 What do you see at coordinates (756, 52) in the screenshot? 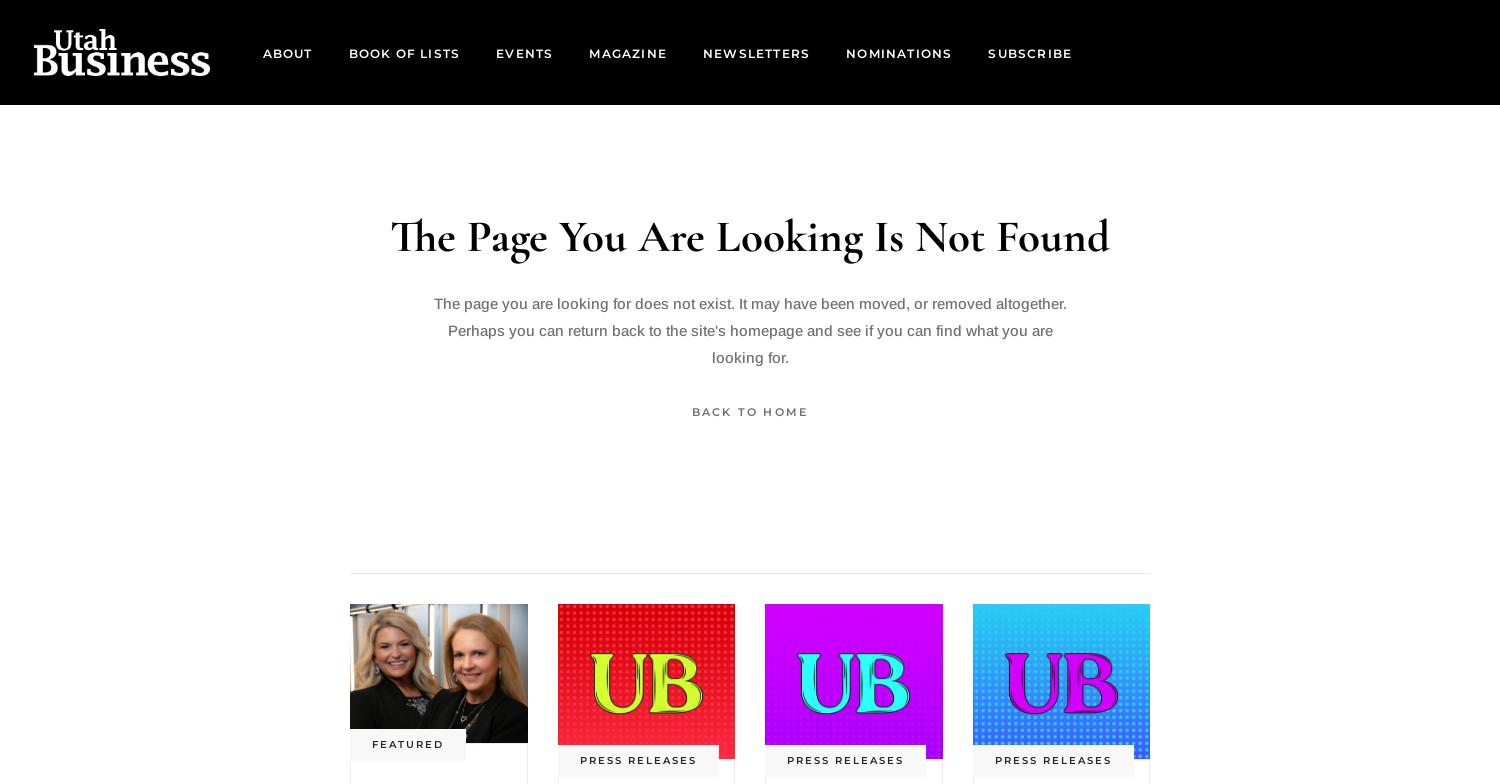
I see `'Newsletters'` at bounding box center [756, 52].